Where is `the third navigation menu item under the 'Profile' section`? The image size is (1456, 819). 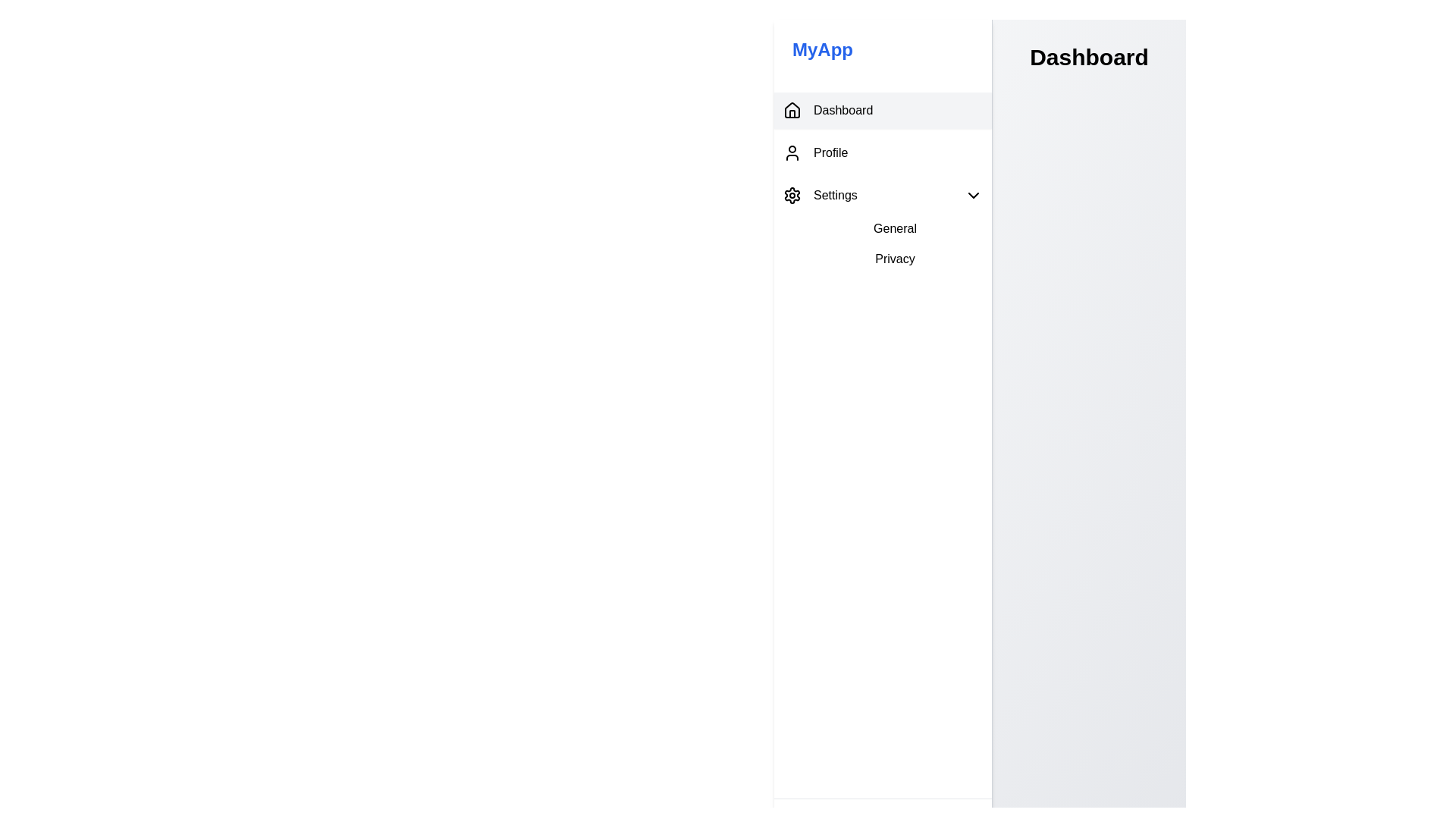
the third navigation menu item under the 'Profile' section is located at coordinates (819, 195).